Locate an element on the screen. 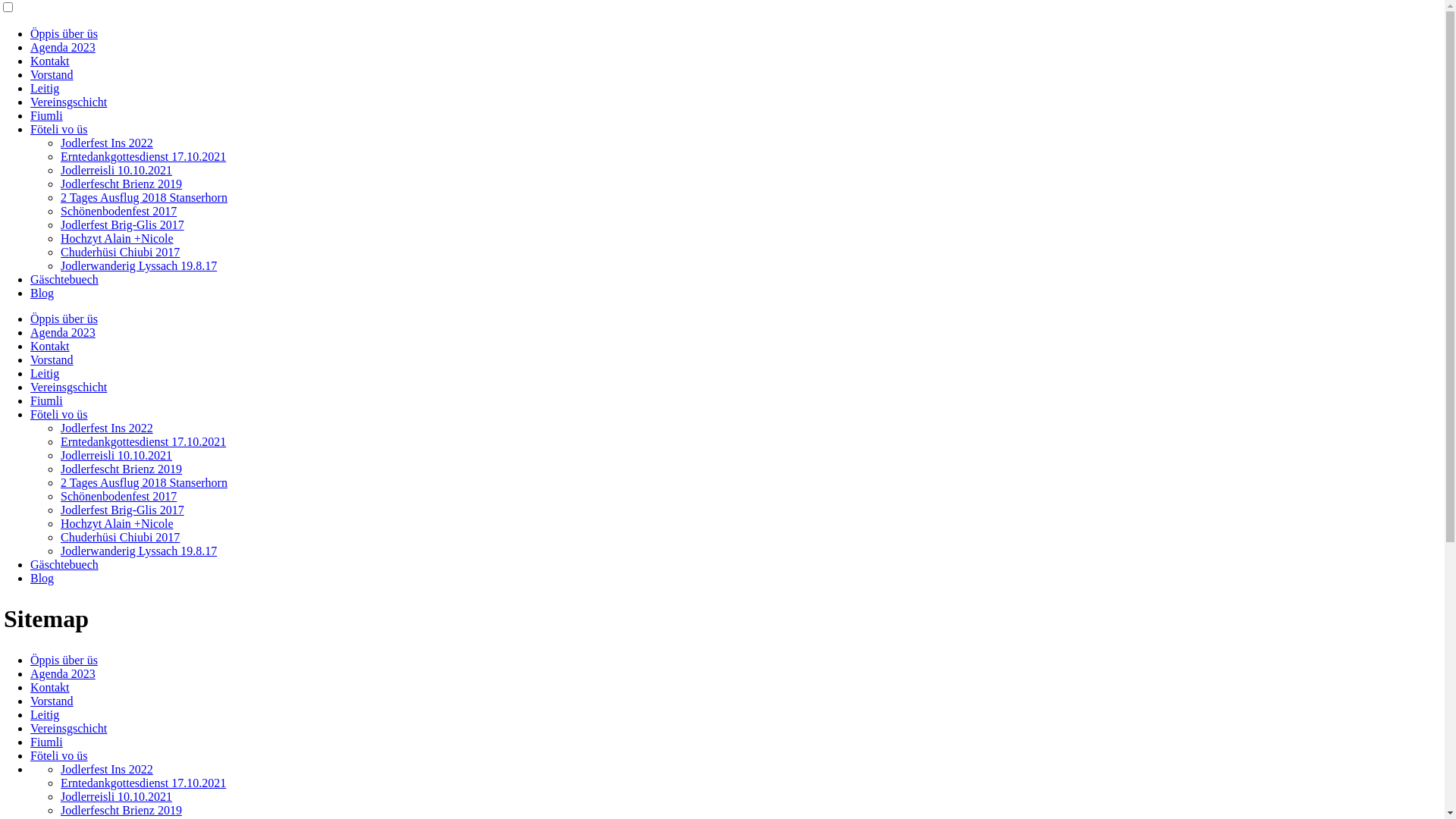 Image resolution: width=1456 pixels, height=819 pixels. 'Jodlerwanderig Lyssach 19.8.17' is located at coordinates (138, 265).